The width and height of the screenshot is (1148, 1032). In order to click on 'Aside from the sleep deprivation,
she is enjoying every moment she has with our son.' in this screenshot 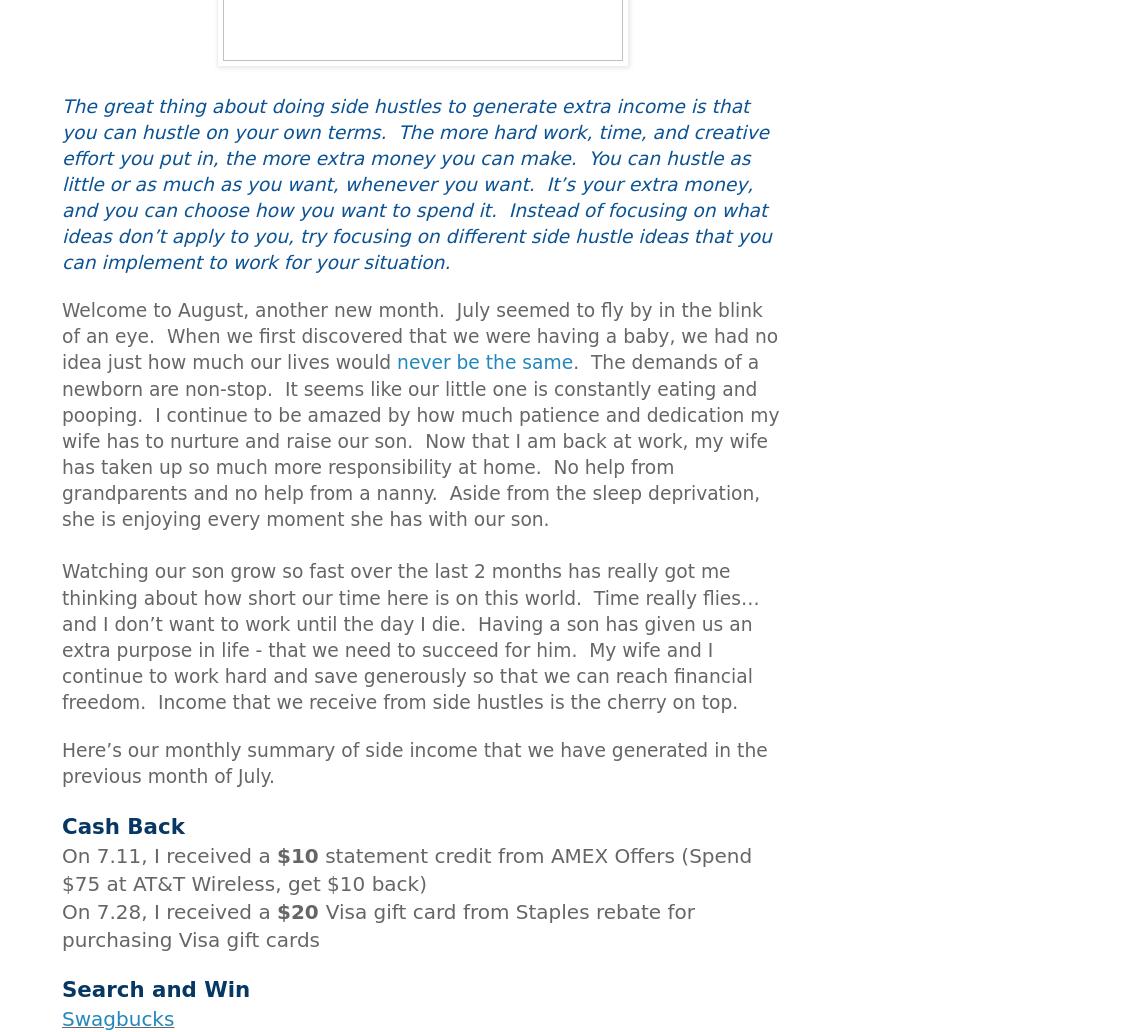, I will do `click(410, 505)`.